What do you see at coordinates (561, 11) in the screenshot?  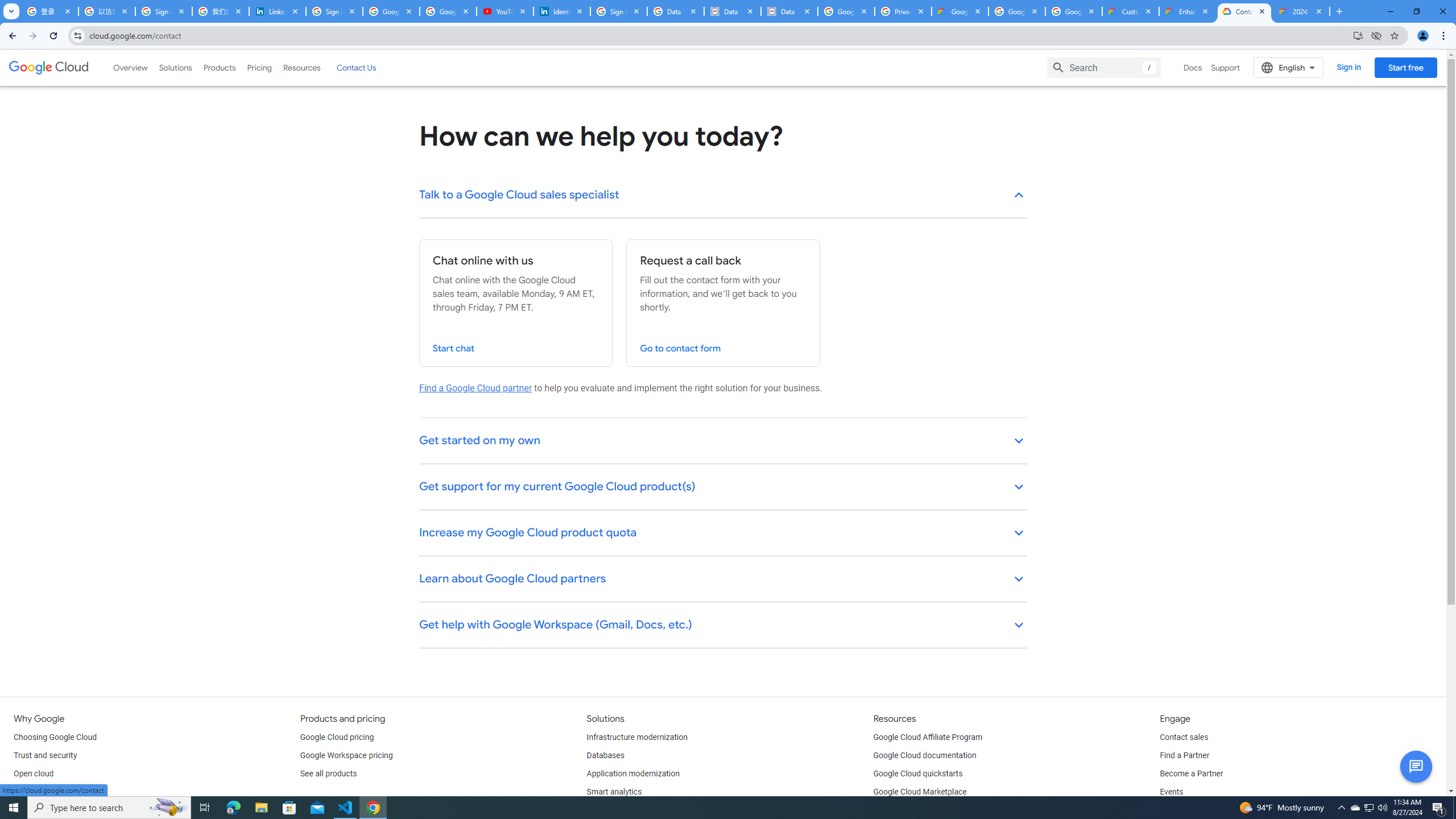 I see `'Identity verification via Persona | LinkedIn Help'` at bounding box center [561, 11].